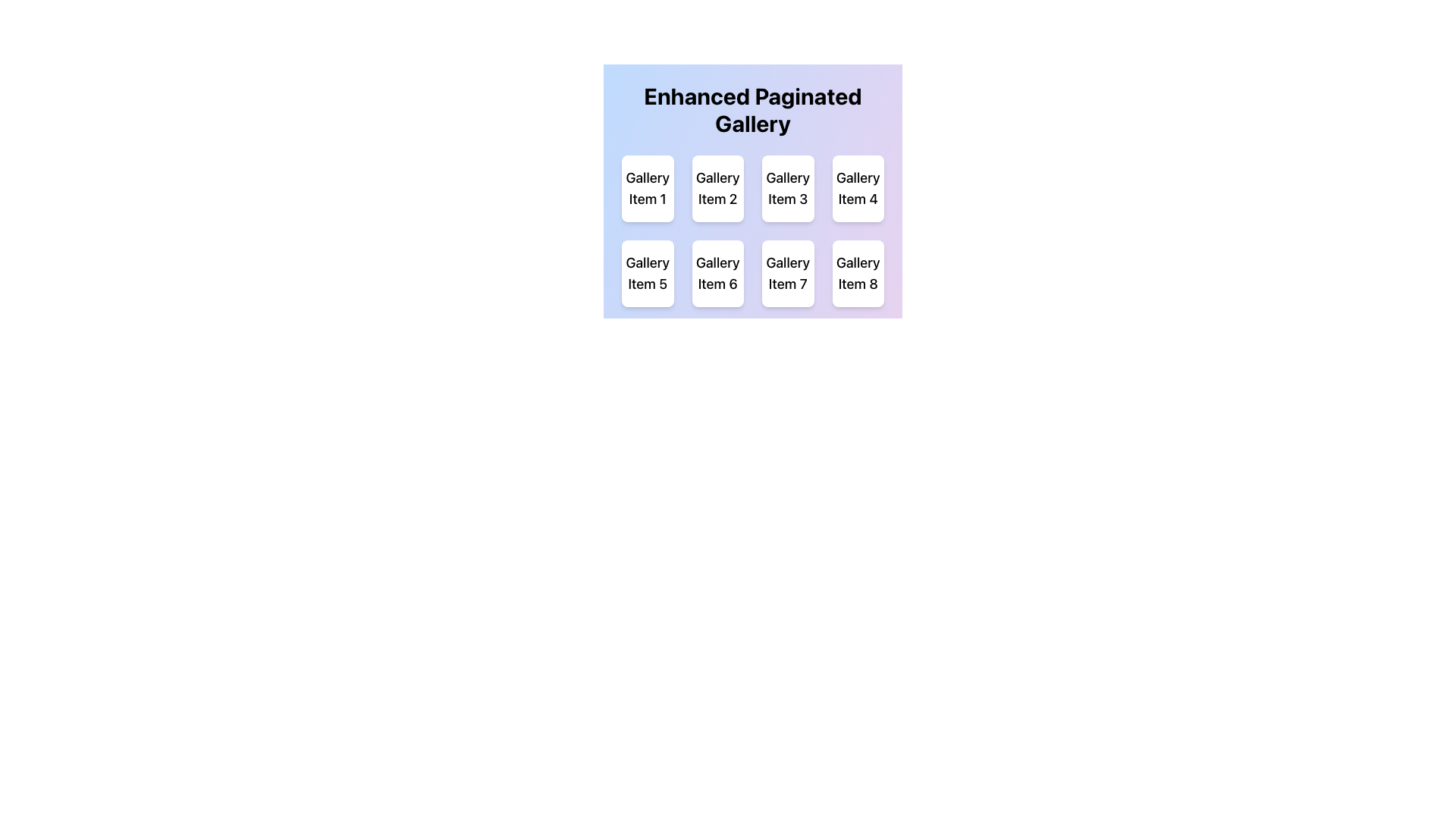 This screenshot has height=819, width=1456. I want to click on the text label at the bottom-right corner of the gallery item card to trigger interaction effects, so click(858, 274).